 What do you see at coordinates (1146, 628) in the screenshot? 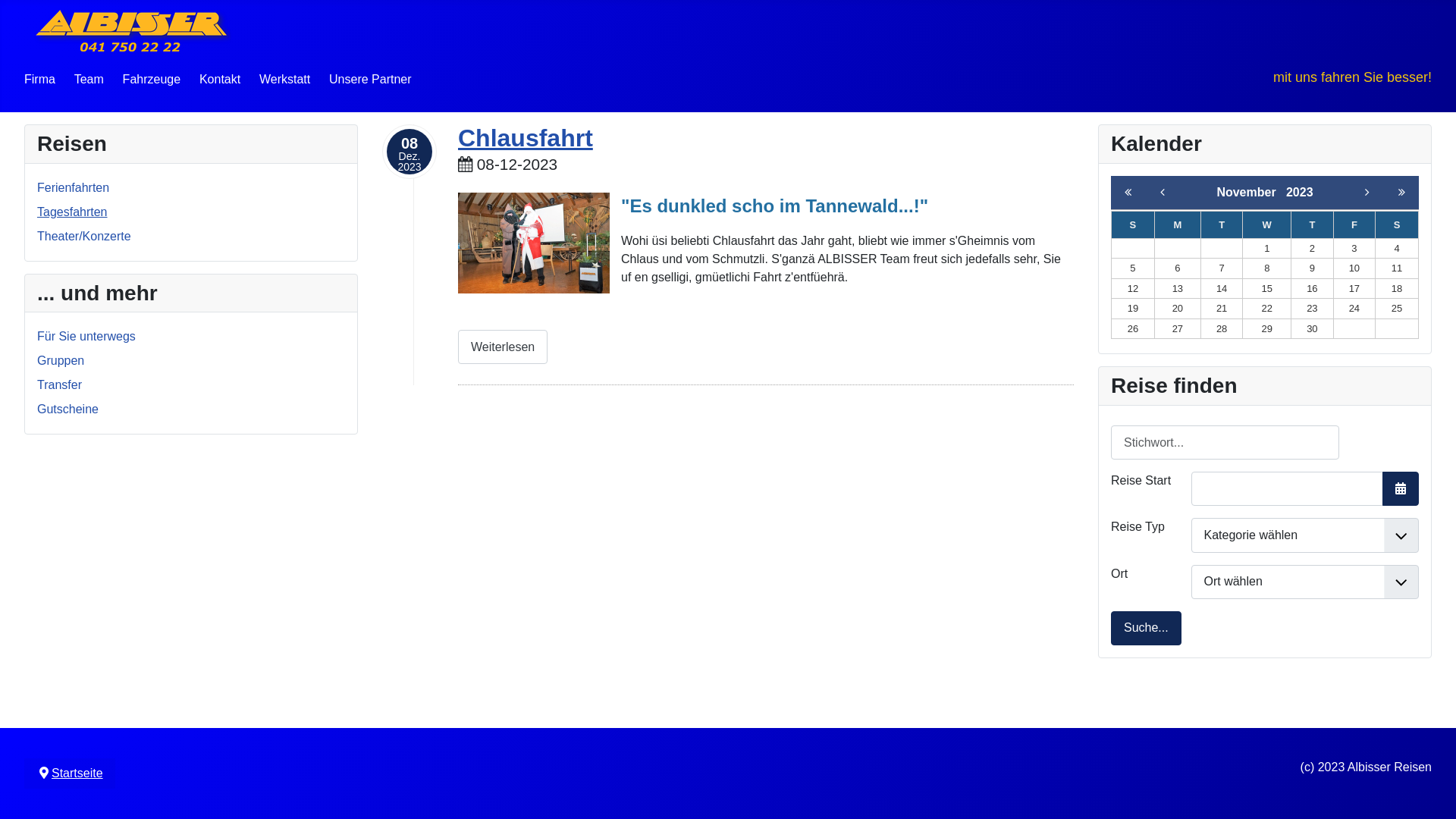
I see `'Suche...'` at bounding box center [1146, 628].